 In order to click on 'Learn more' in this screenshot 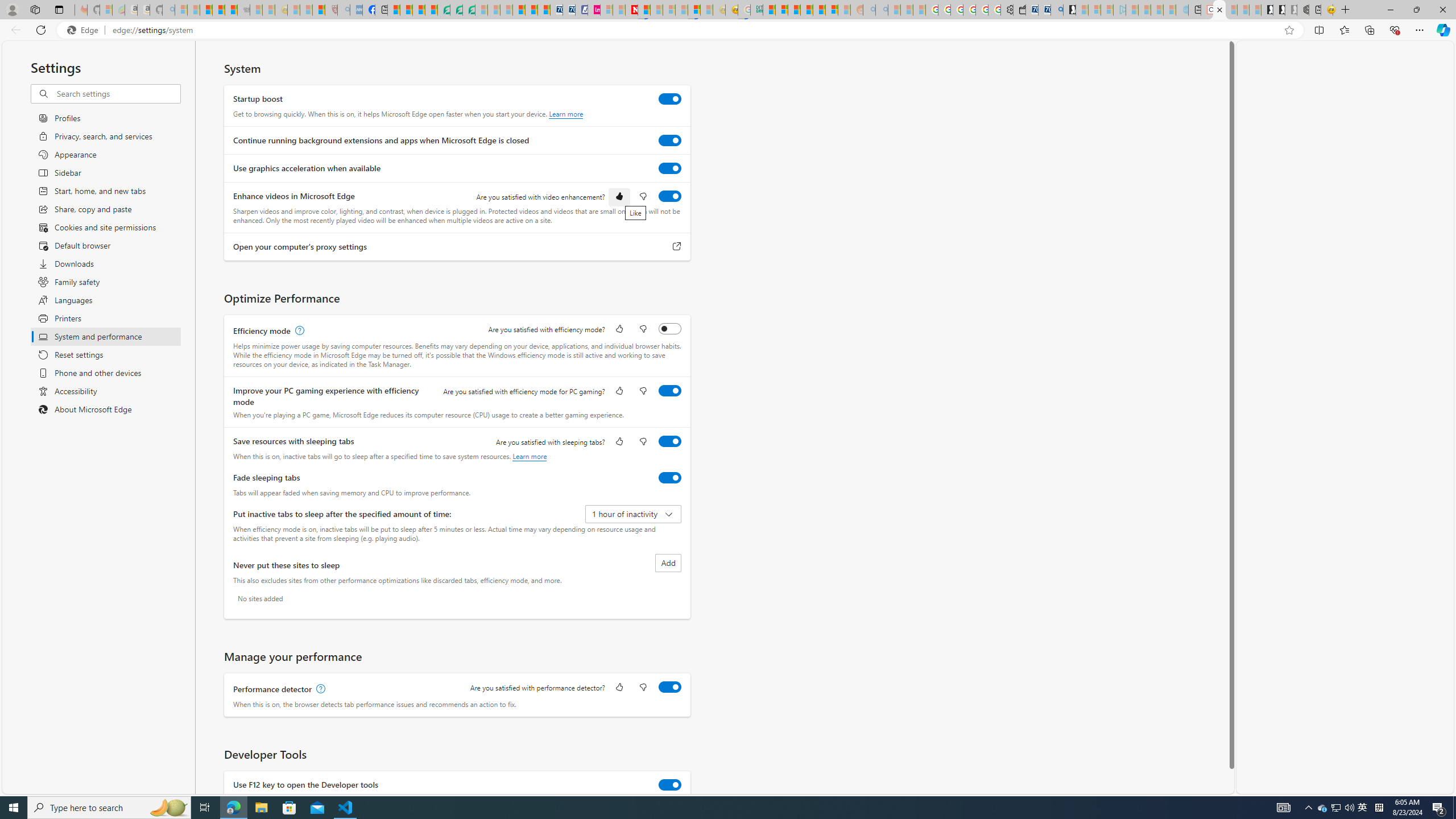, I will do `click(529, 456)`.